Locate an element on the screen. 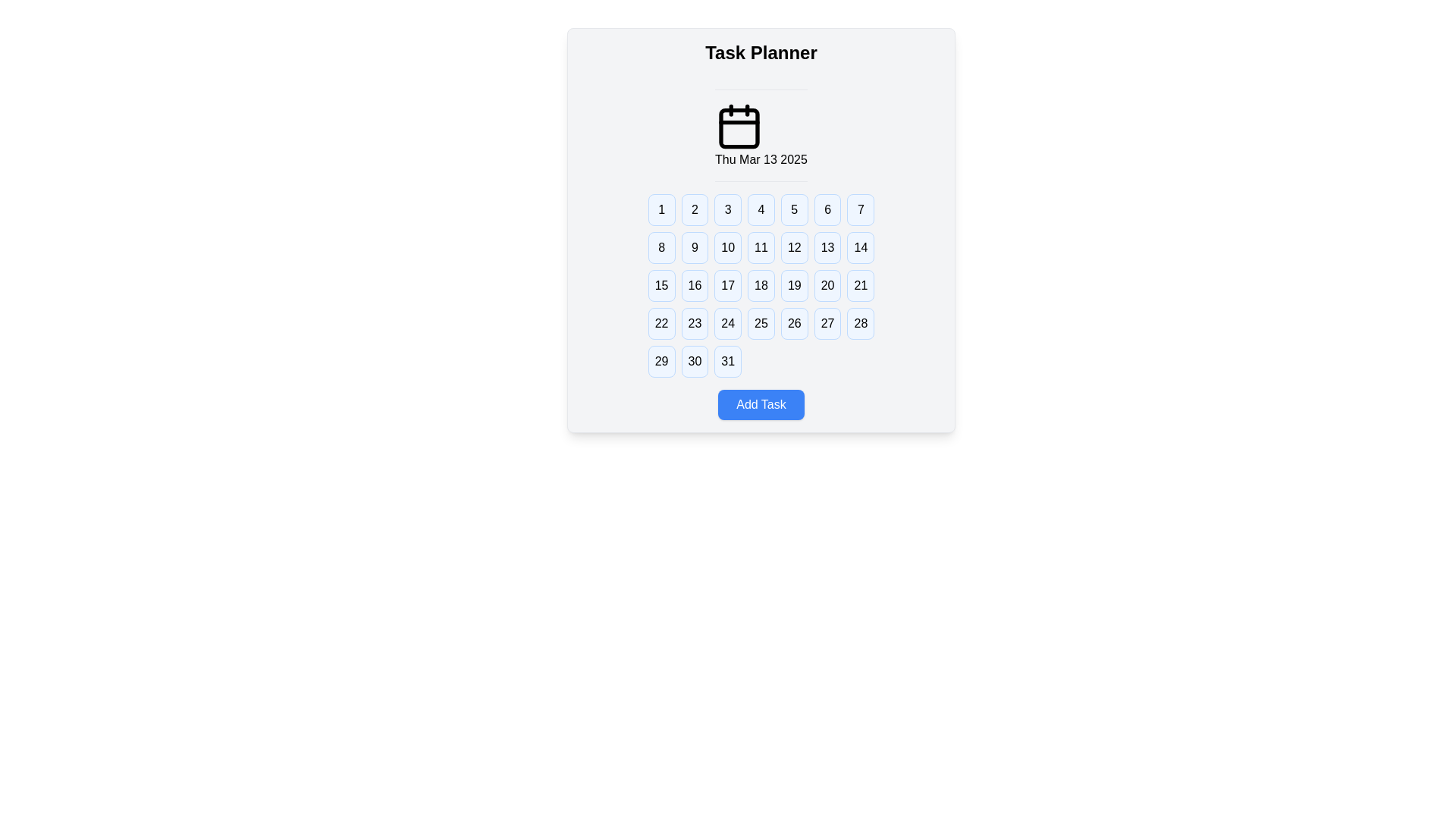 This screenshot has height=819, width=1456. the button representing the 24th day in the calendar interface is located at coordinates (728, 323).